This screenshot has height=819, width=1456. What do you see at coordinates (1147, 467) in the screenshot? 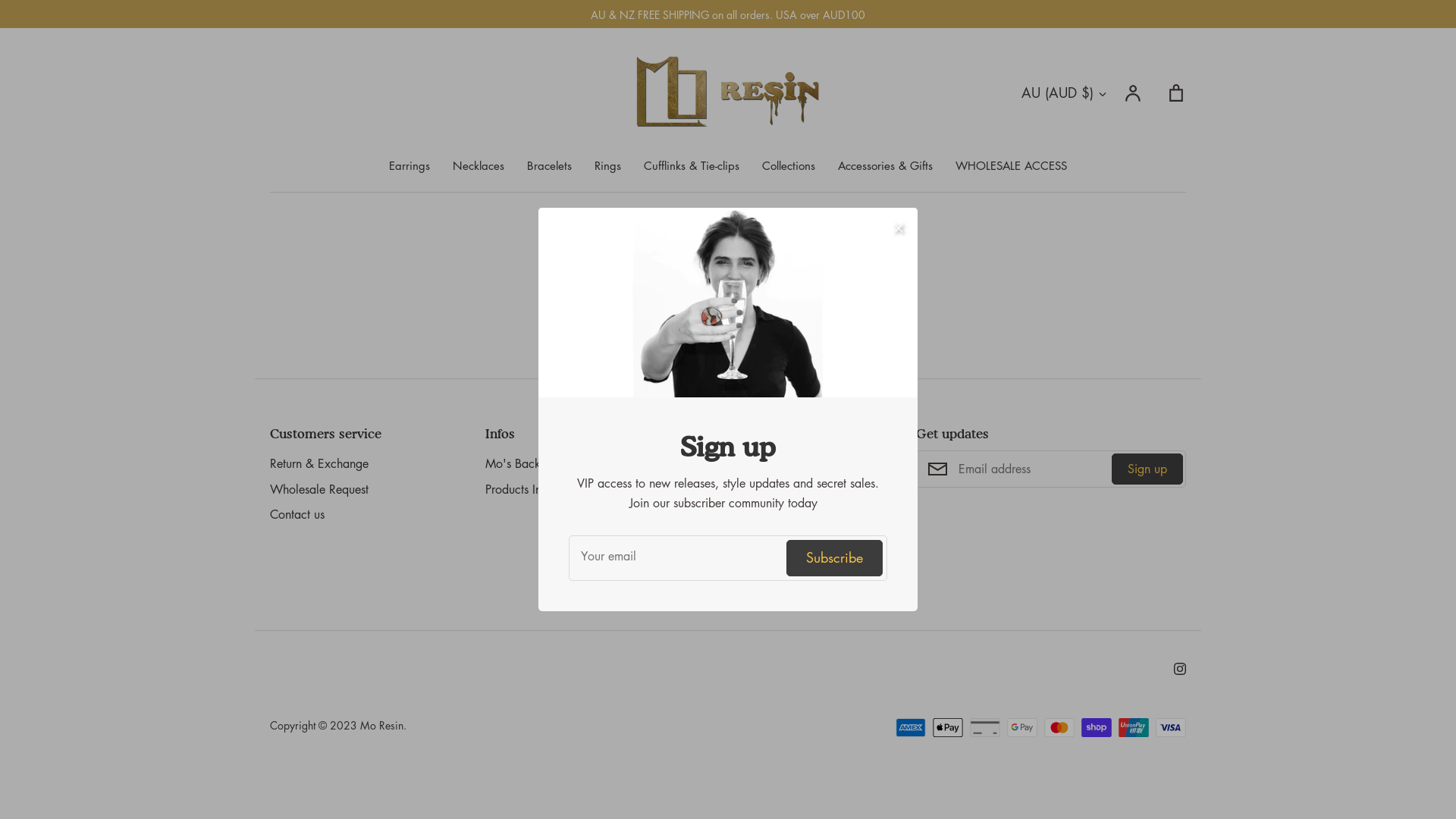
I see `'Sign up'` at bounding box center [1147, 467].